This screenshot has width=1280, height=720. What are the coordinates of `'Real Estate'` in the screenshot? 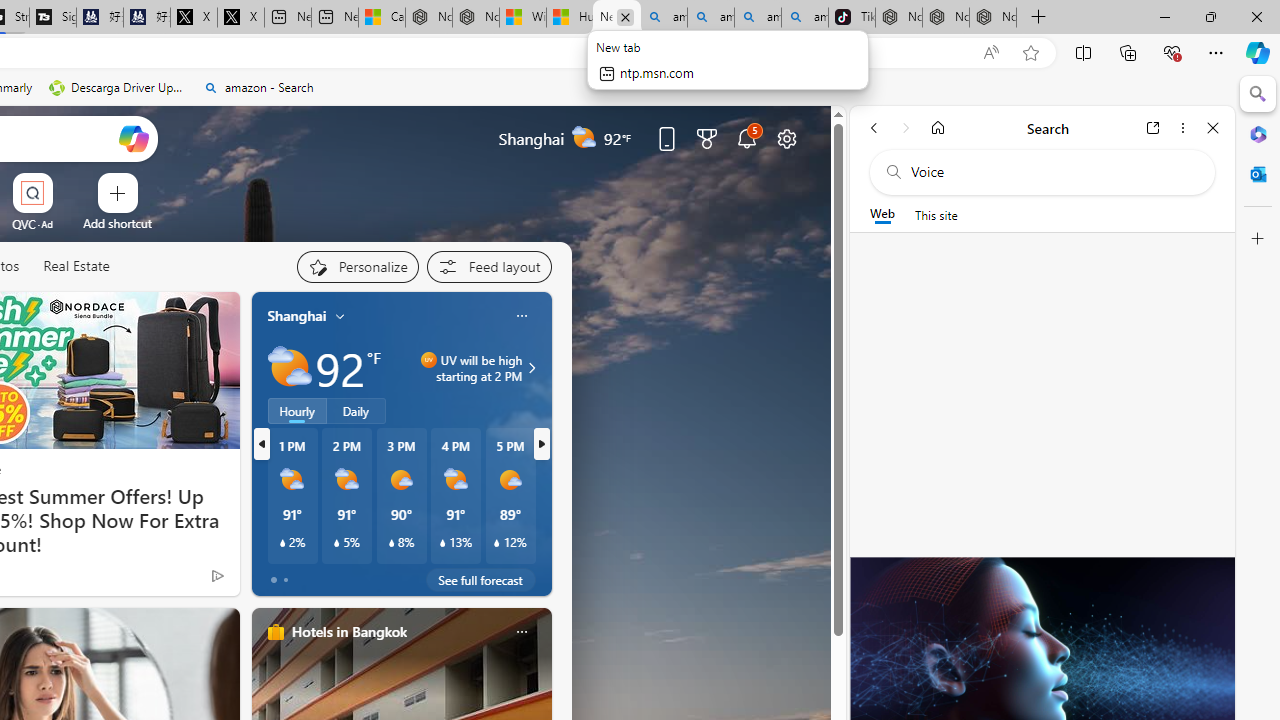 It's located at (76, 265).